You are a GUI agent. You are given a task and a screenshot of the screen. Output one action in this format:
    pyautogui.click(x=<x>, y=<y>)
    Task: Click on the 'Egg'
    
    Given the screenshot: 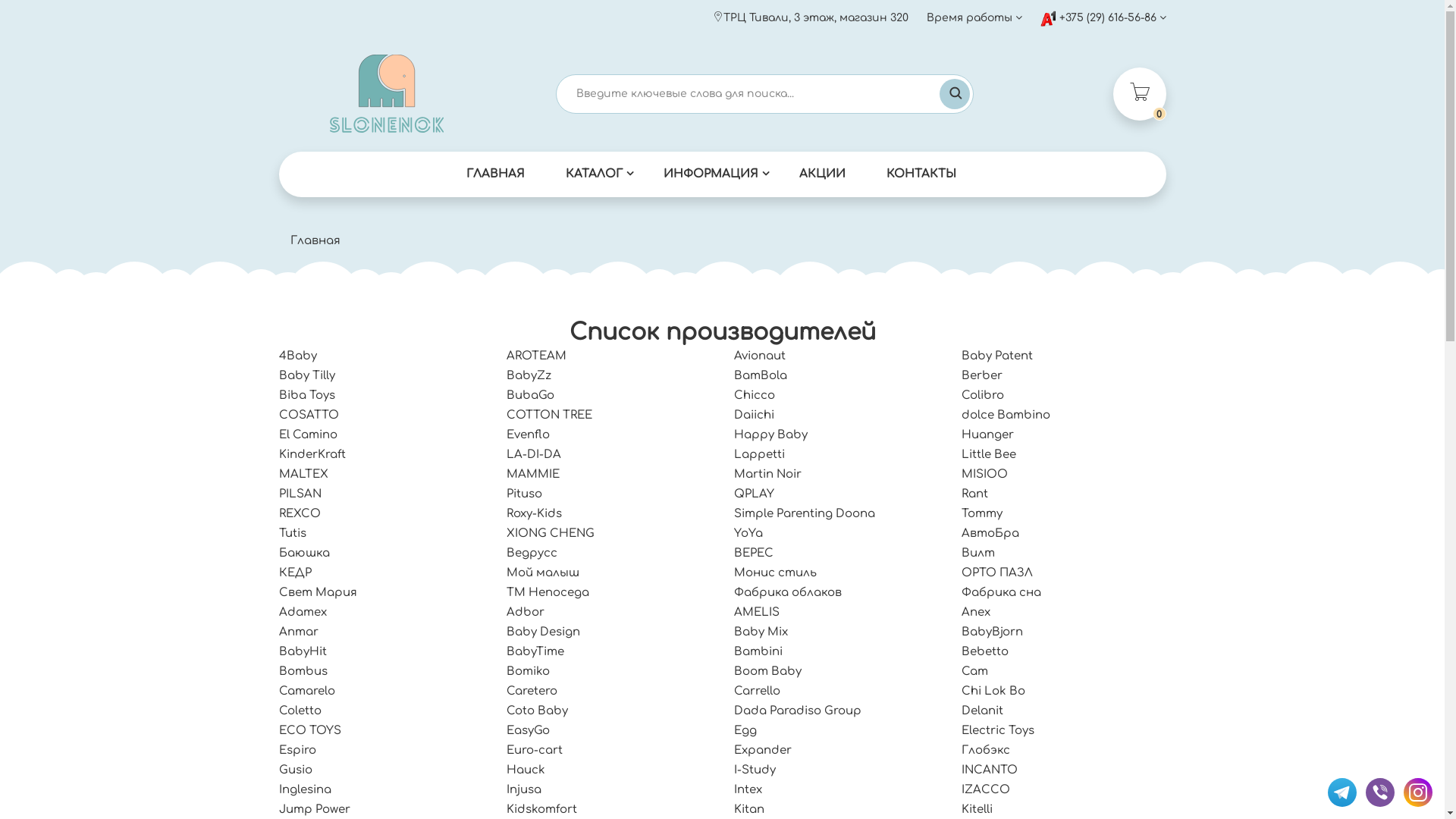 What is the action you would take?
    pyautogui.click(x=745, y=730)
    